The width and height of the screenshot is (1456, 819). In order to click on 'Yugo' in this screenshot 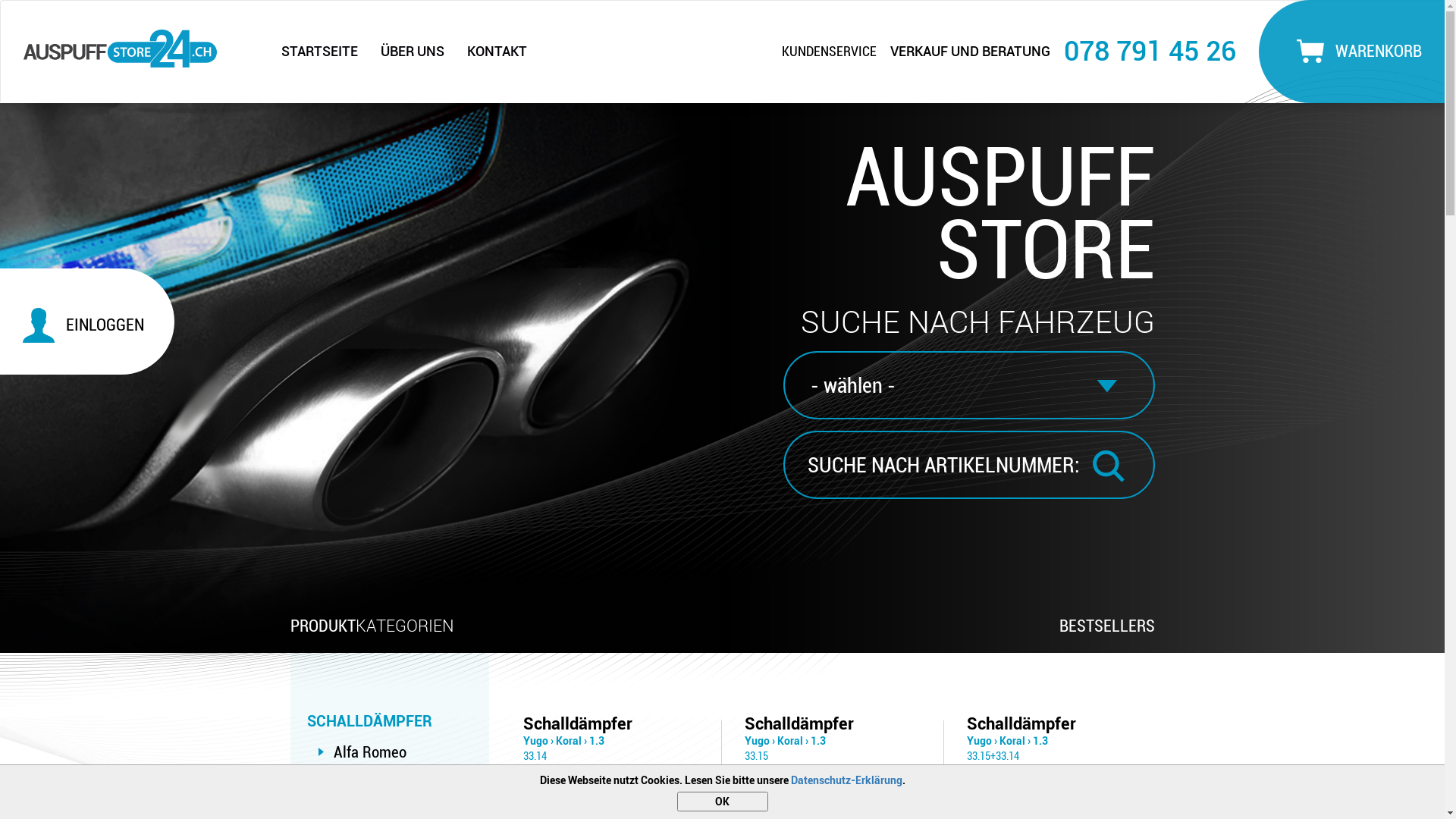, I will do `click(523, 739)`.